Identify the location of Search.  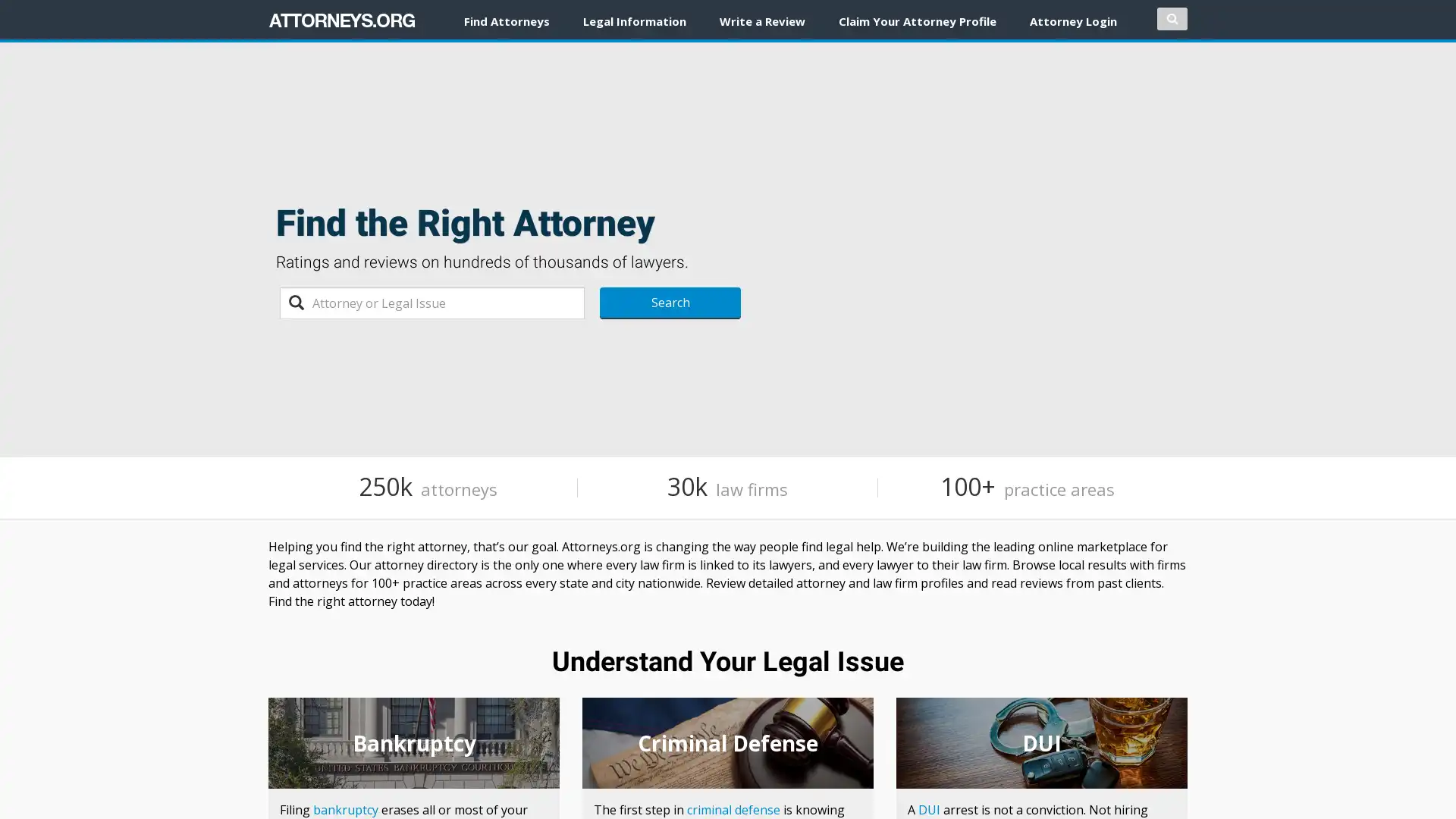
(669, 303).